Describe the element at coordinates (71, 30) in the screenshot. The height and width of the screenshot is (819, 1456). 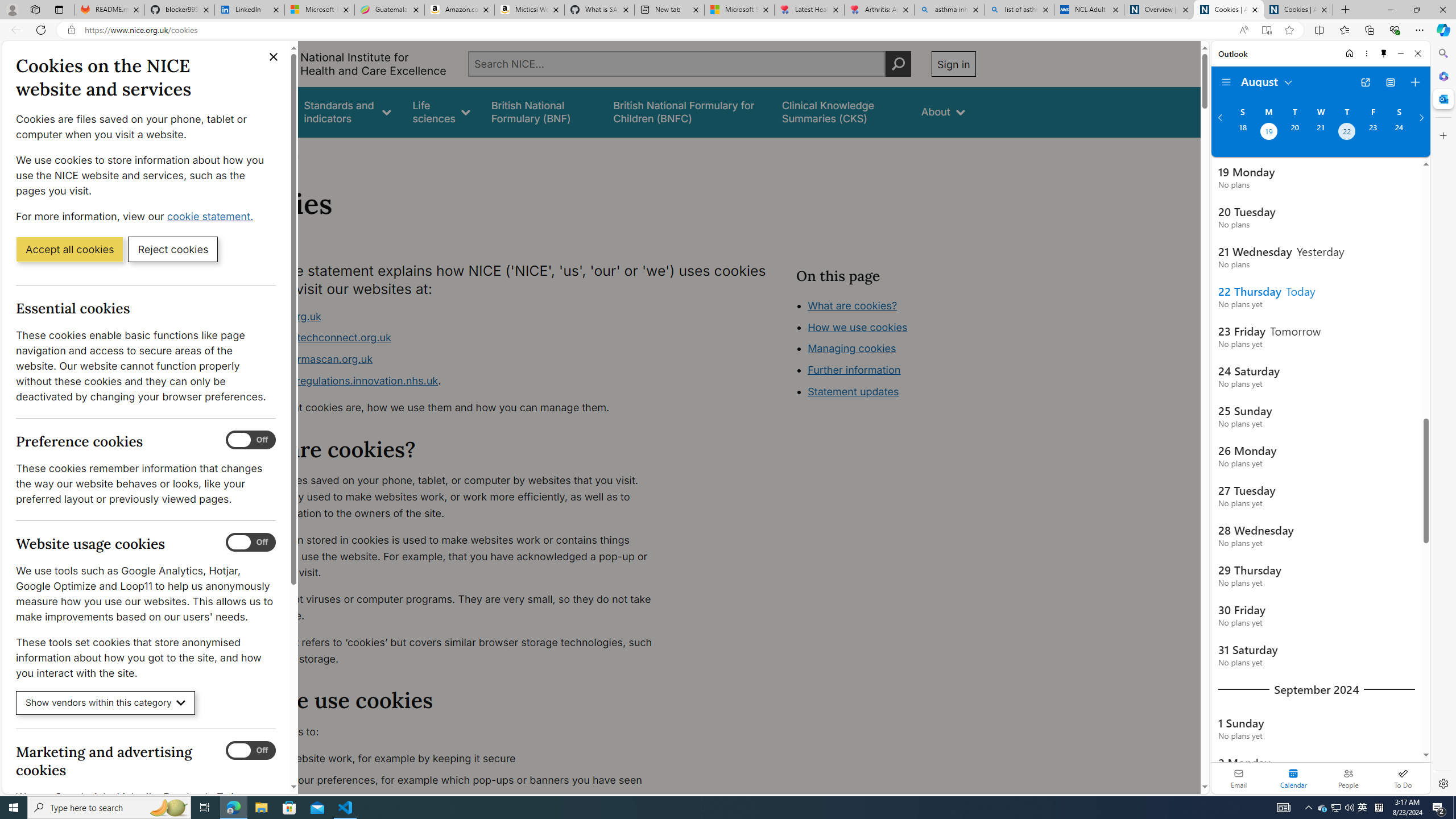
I see `'View site information'` at that location.